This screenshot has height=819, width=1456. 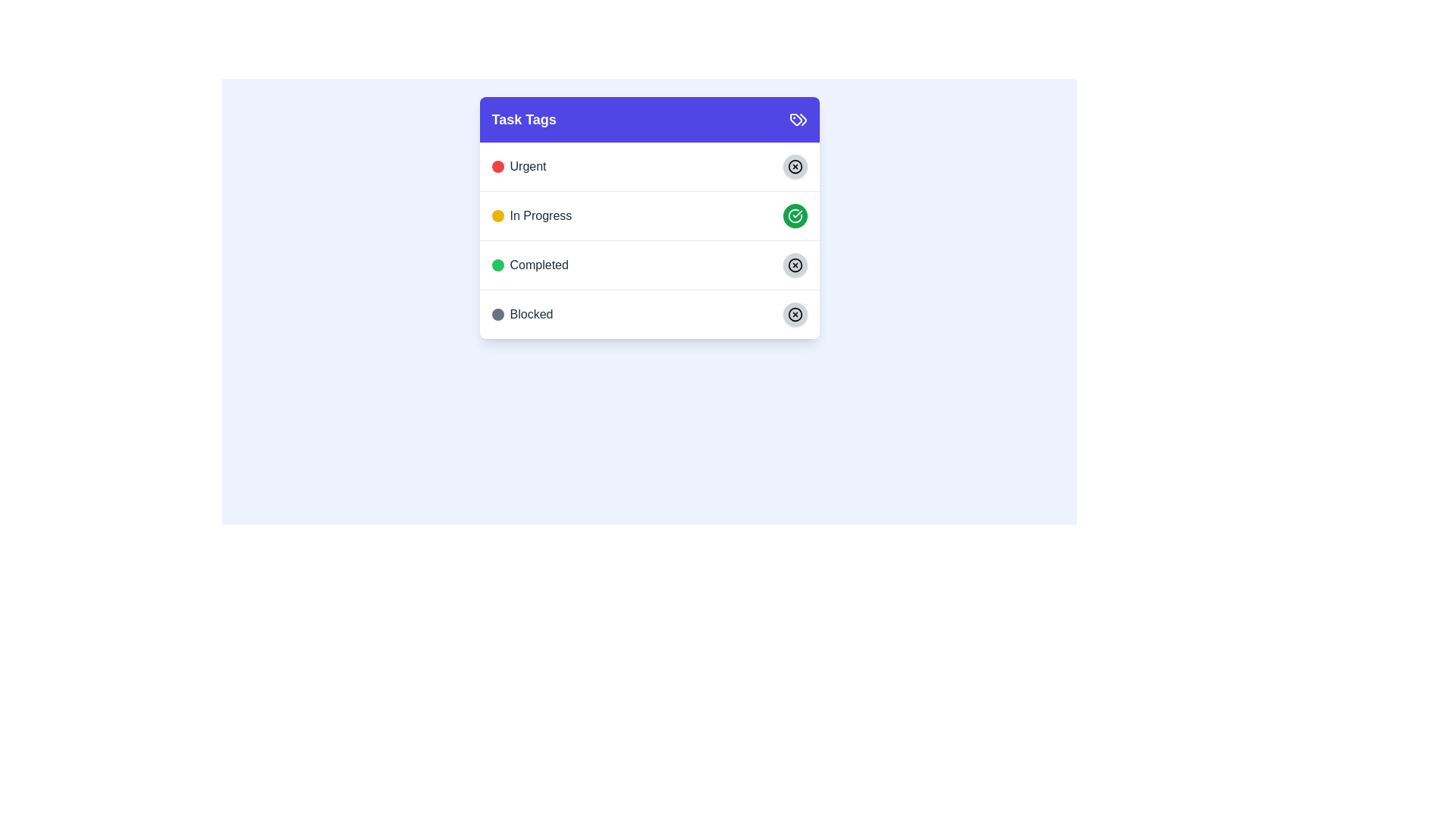 I want to click on displayed text from the 'In Progress' status label located in the second row of the 'Task Tags' panel, aligned to the right of the yellow circular status marker, so click(x=541, y=216).